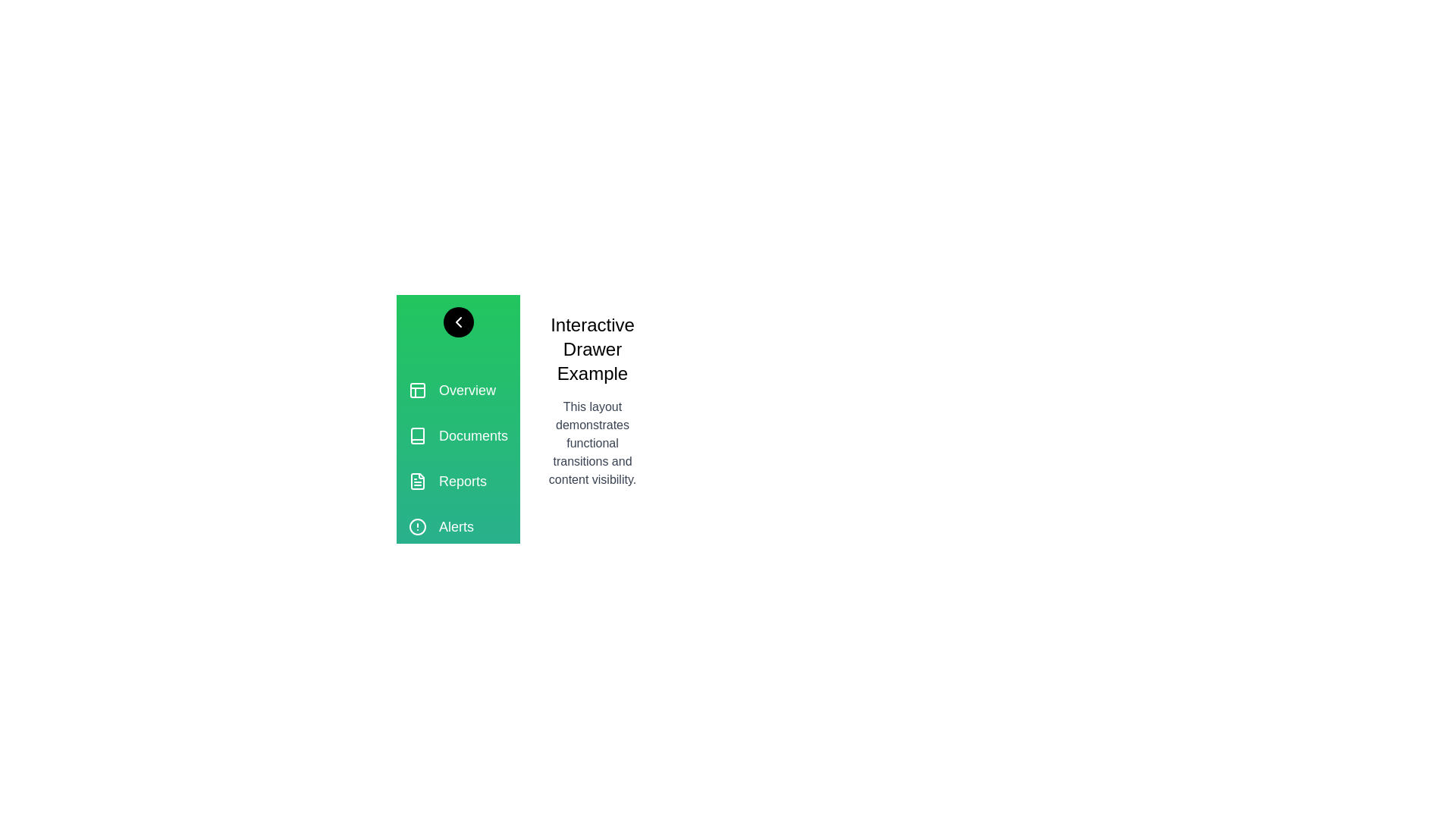 This screenshot has width=1456, height=819. What do you see at coordinates (457, 435) in the screenshot?
I see `the section Documents to observe the hover effect` at bounding box center [457, 435].